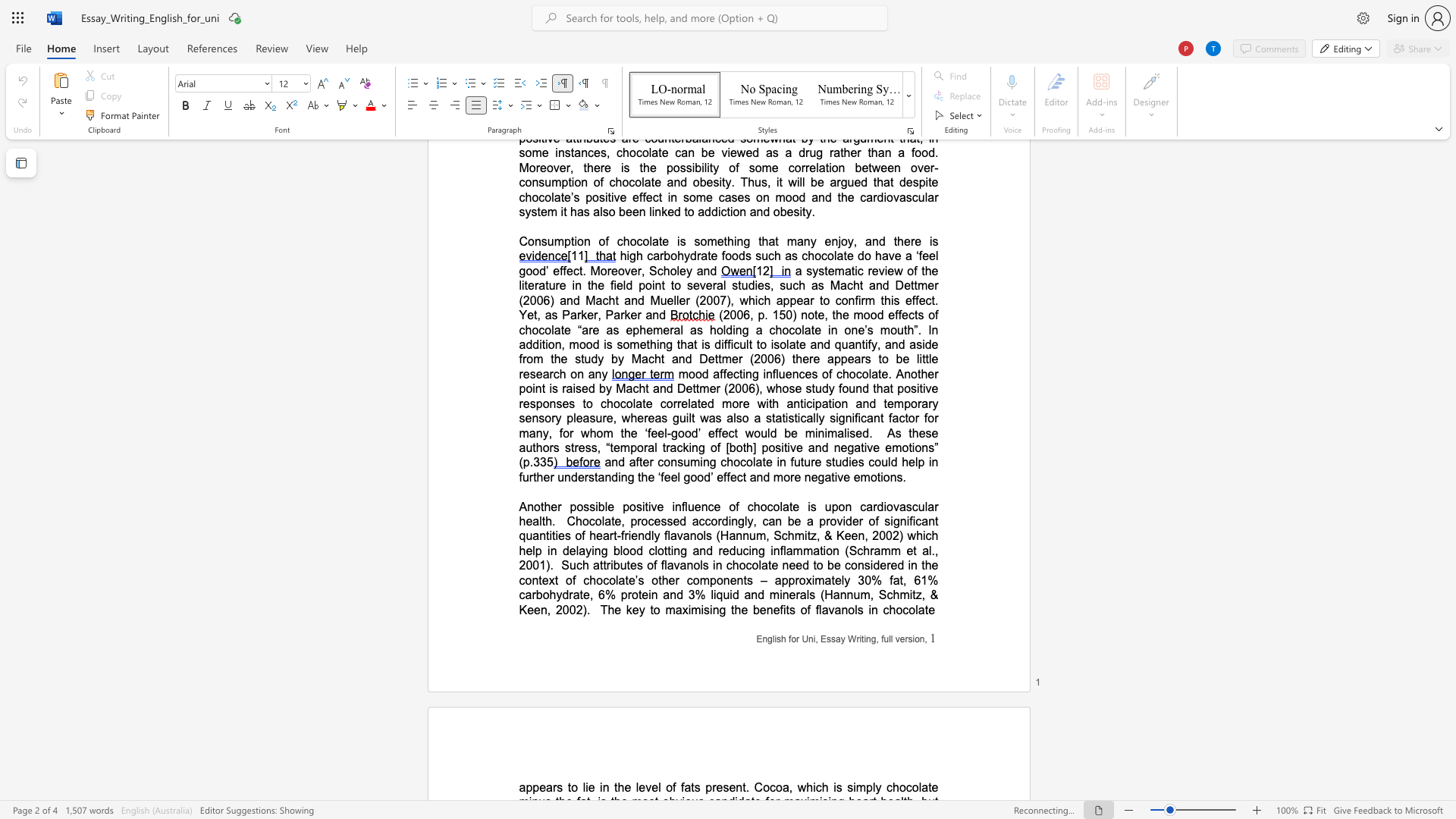 This screenshot has height=819, width=1456. Describe the element at coordinates (824, 476) in the screenshot. I see `the space between the continuous character "g" and "a" in the text` at that location.